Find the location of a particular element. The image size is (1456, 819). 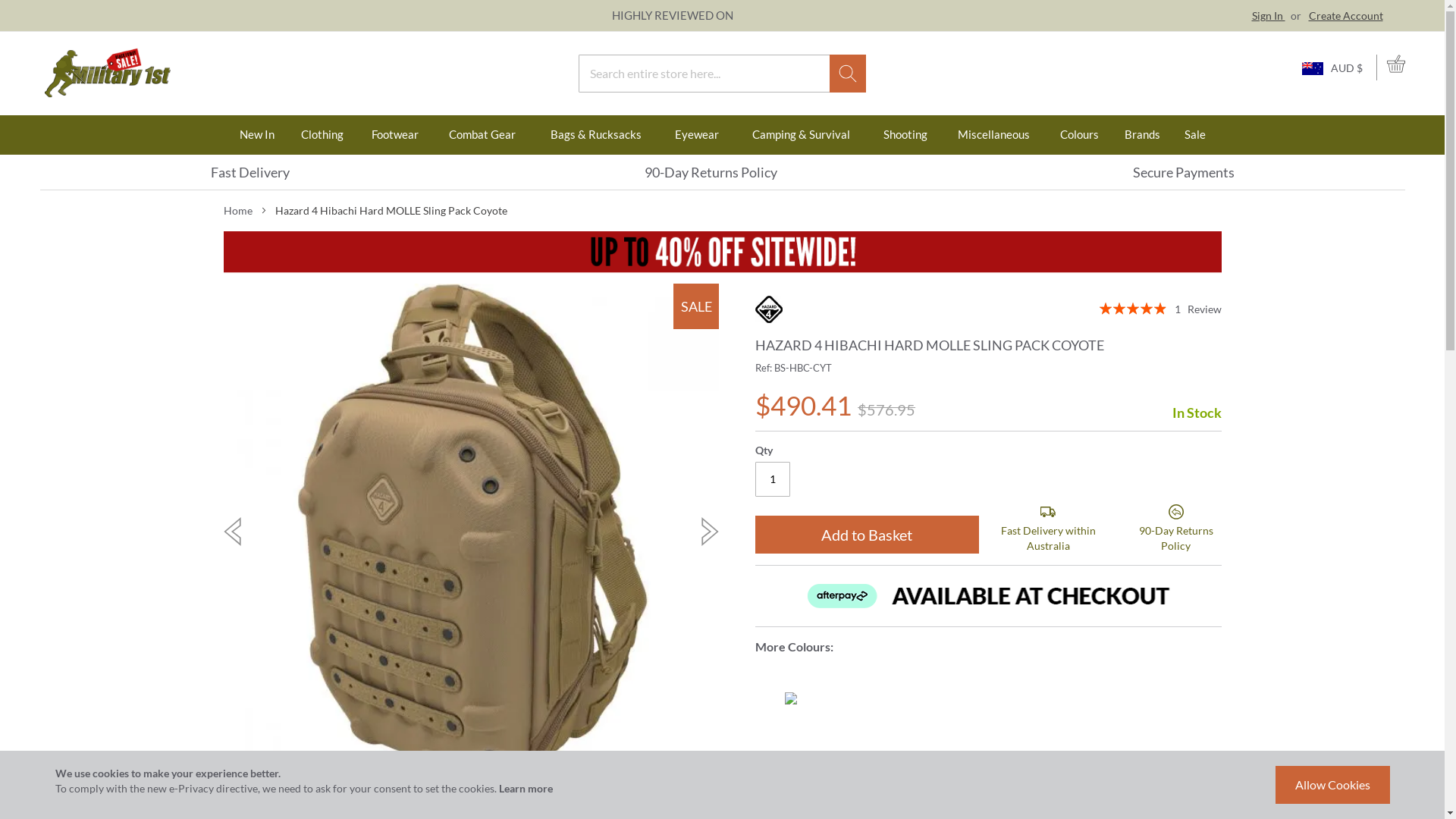

'Sale' is located at coordinates (1194, 133).